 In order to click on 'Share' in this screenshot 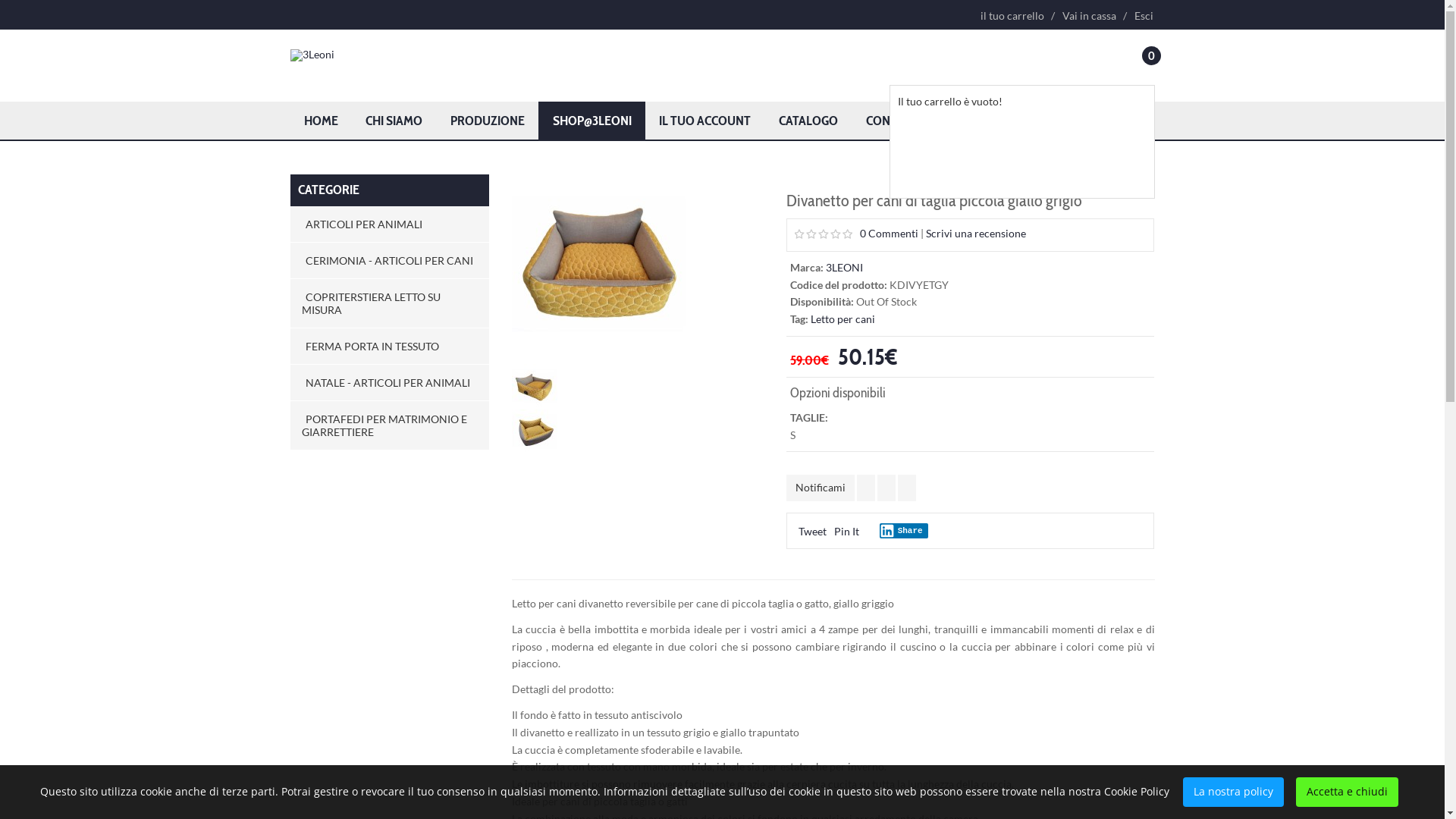, I will do `click(880, 529)`.